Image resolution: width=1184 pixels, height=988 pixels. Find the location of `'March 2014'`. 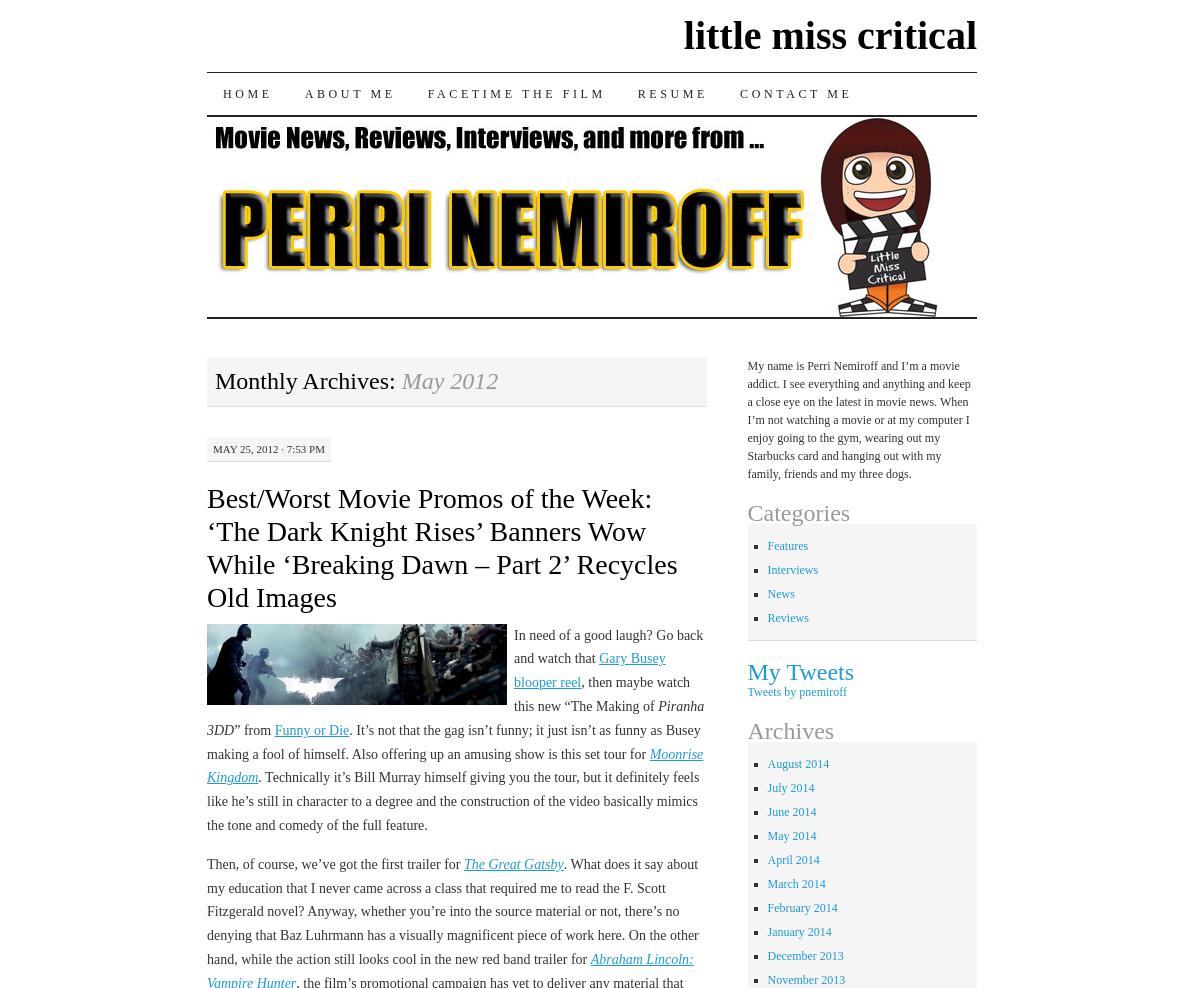

'March 2014' is located at coordinates (795, 881).